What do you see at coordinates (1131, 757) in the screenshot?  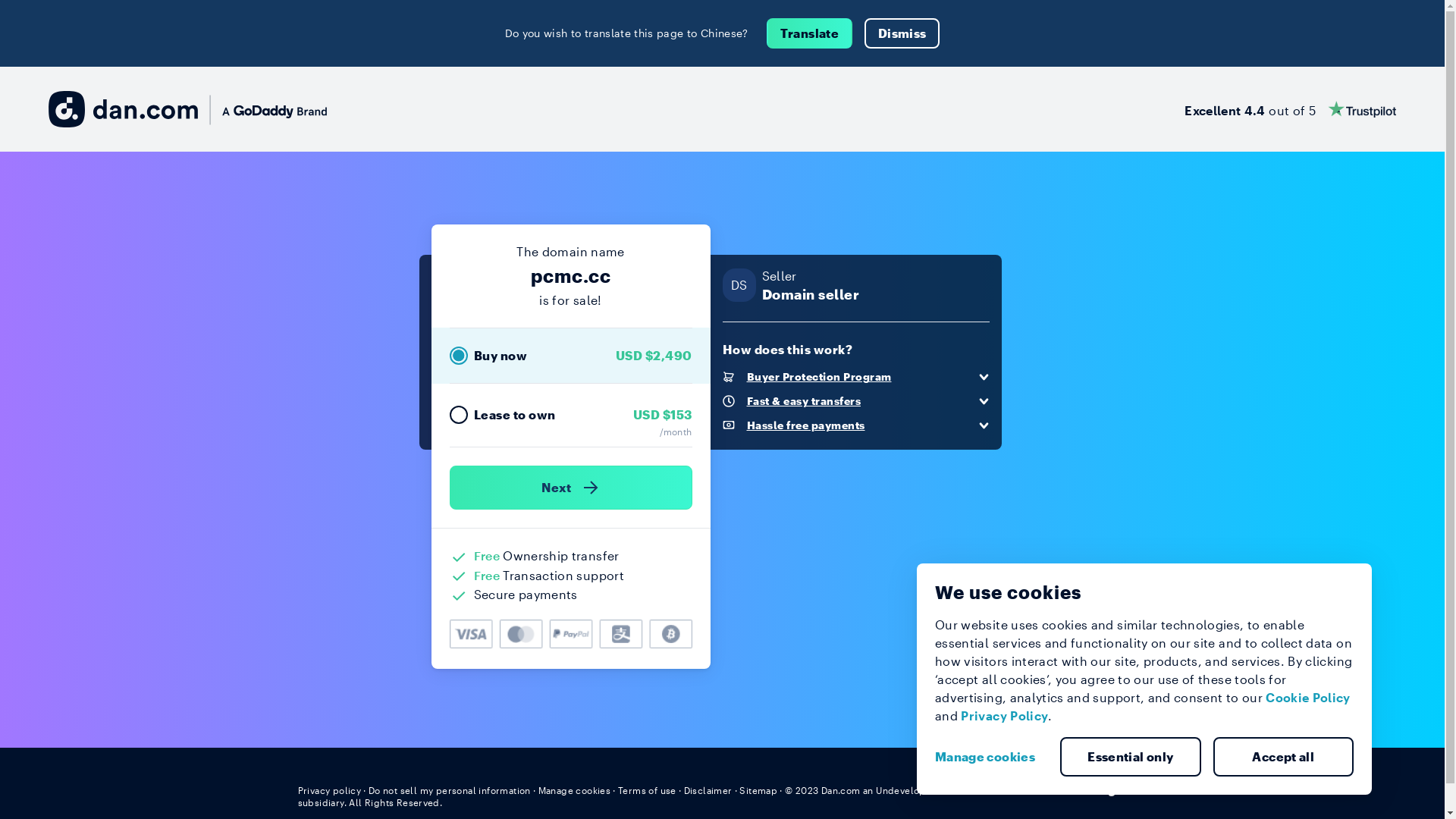 I see `'Essential only'` at bounding box center [1131, 757].